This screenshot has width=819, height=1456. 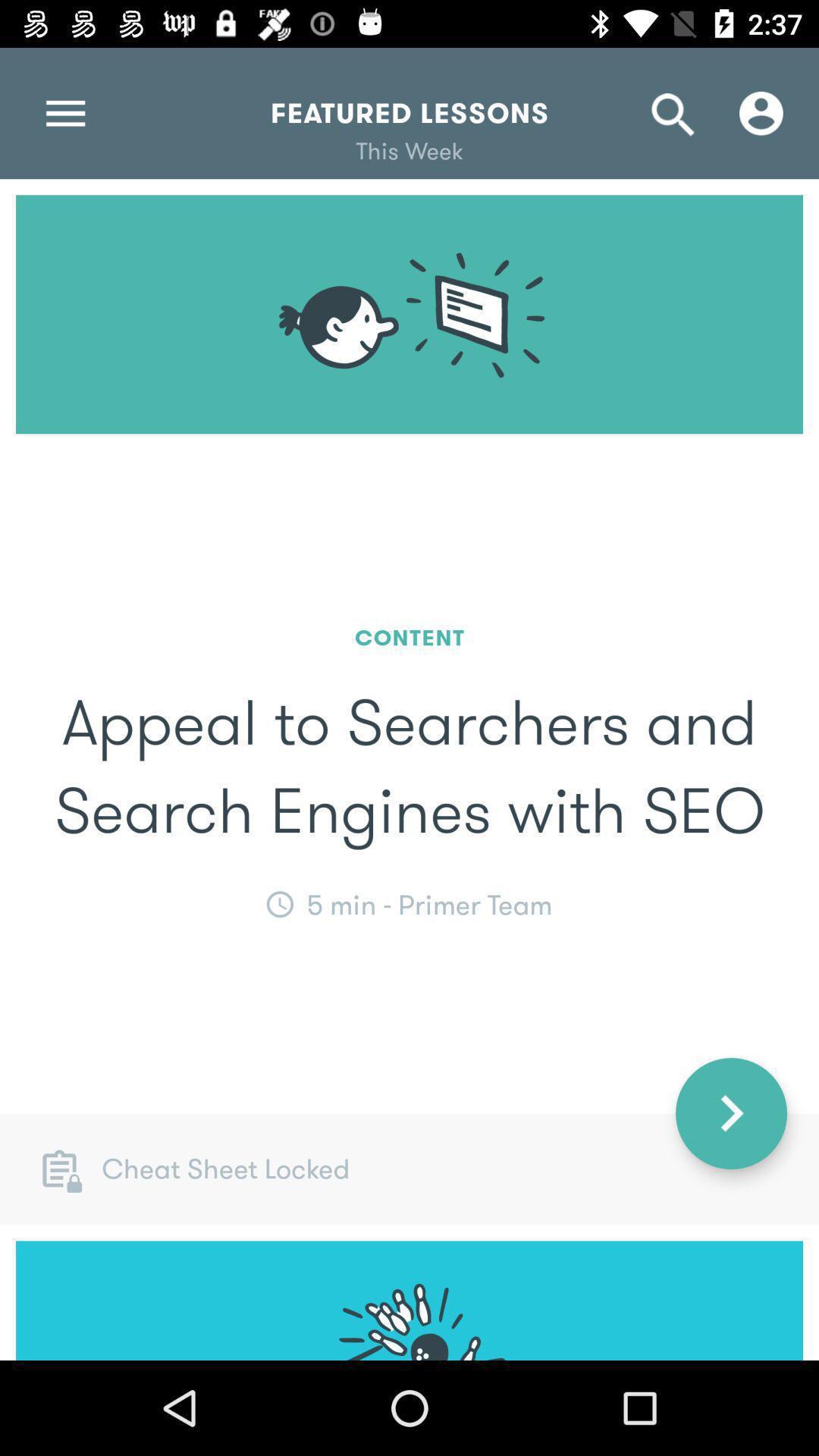 What do you see at coordinates (730, 1113) in the screenshot?
I see `the arrow_forward icon` at bounding box center [730, 1113].